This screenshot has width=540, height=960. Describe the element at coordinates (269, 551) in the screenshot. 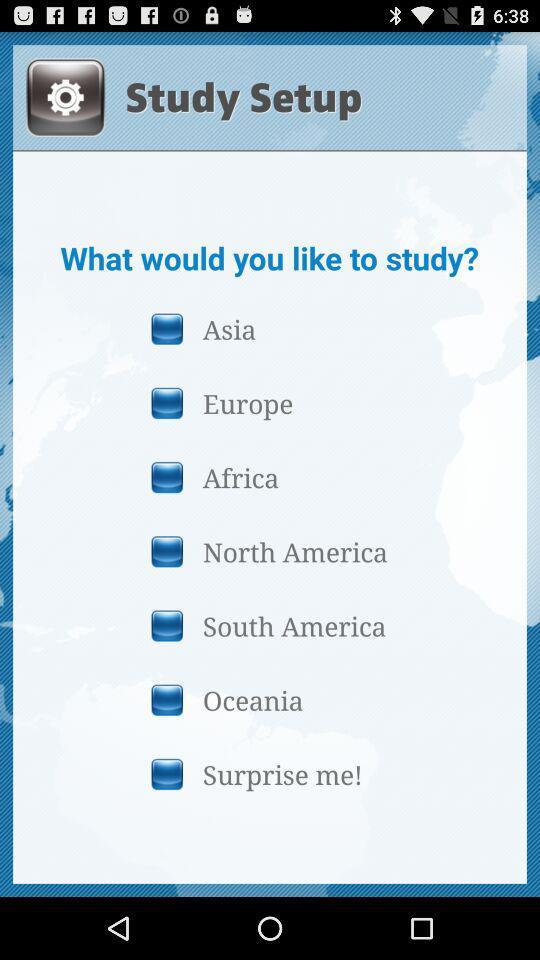

I see `the north america` at that location.